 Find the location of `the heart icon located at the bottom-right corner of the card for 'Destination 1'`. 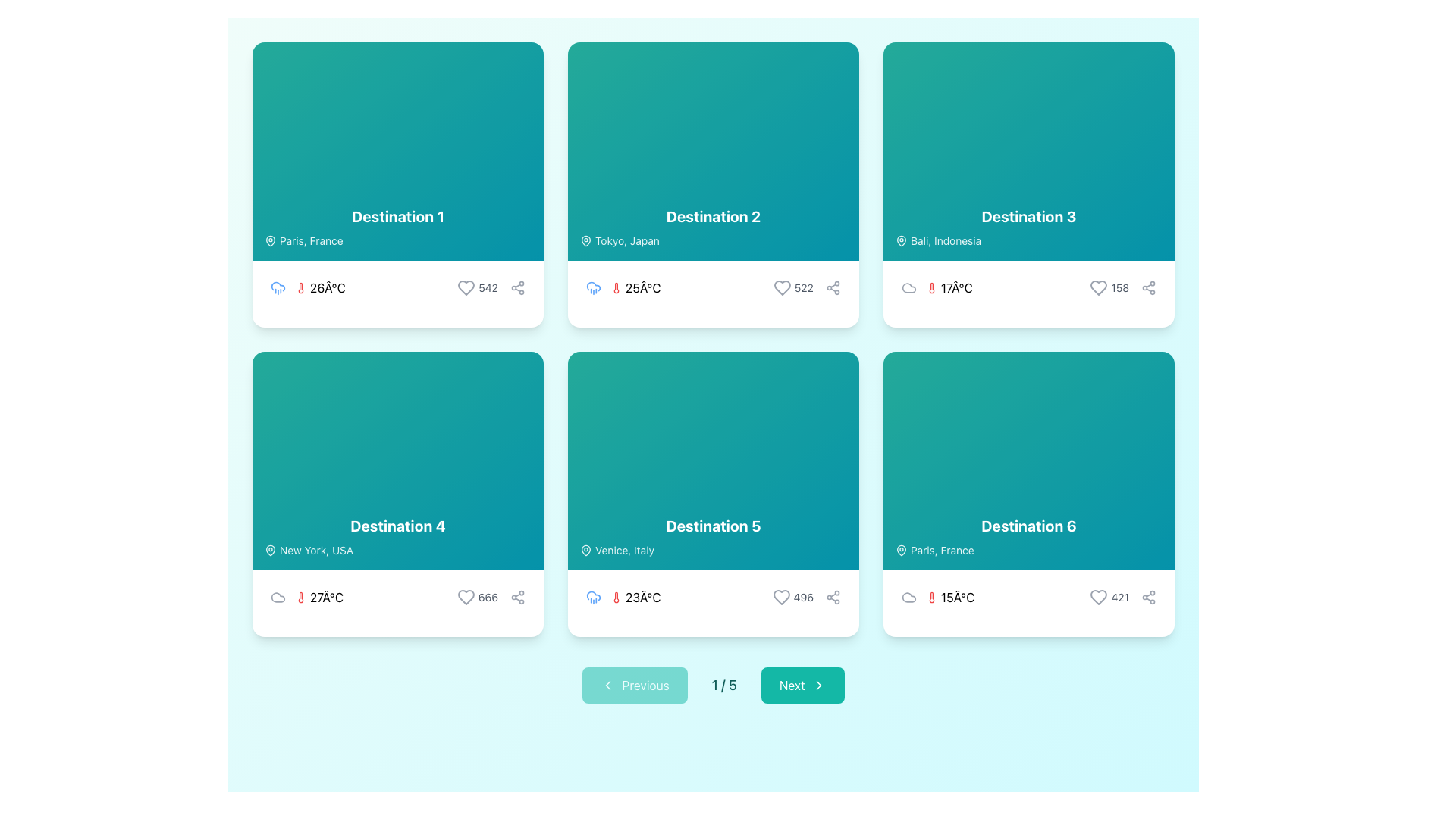

the heart icon located at the bottom-right corner of the card for 'Destination 1' is located at coordinates (466, 288).